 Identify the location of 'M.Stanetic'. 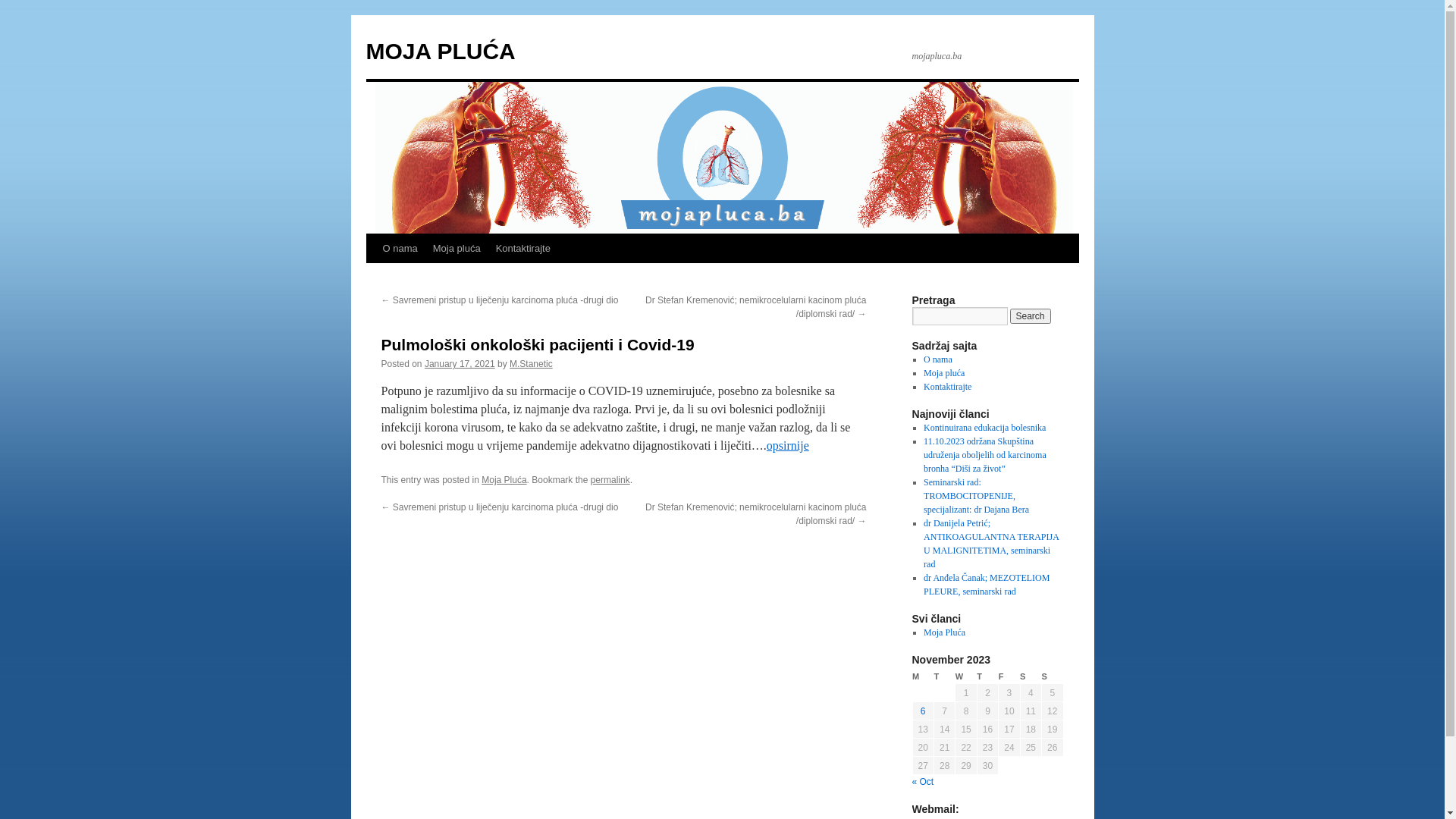
(531, 363).